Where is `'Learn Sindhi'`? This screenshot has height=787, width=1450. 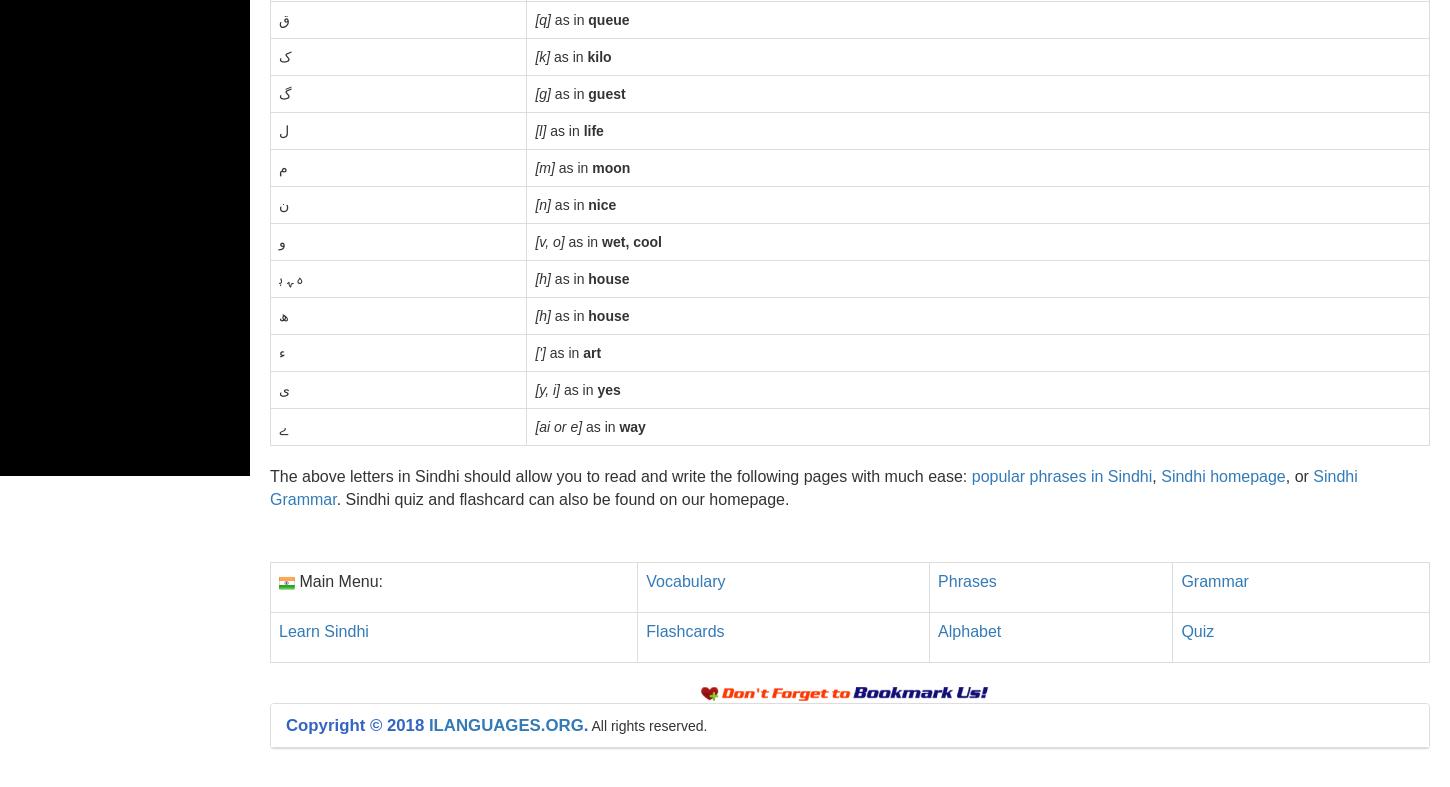
'Learn Sindhi' is located at coordinates (323, 629).